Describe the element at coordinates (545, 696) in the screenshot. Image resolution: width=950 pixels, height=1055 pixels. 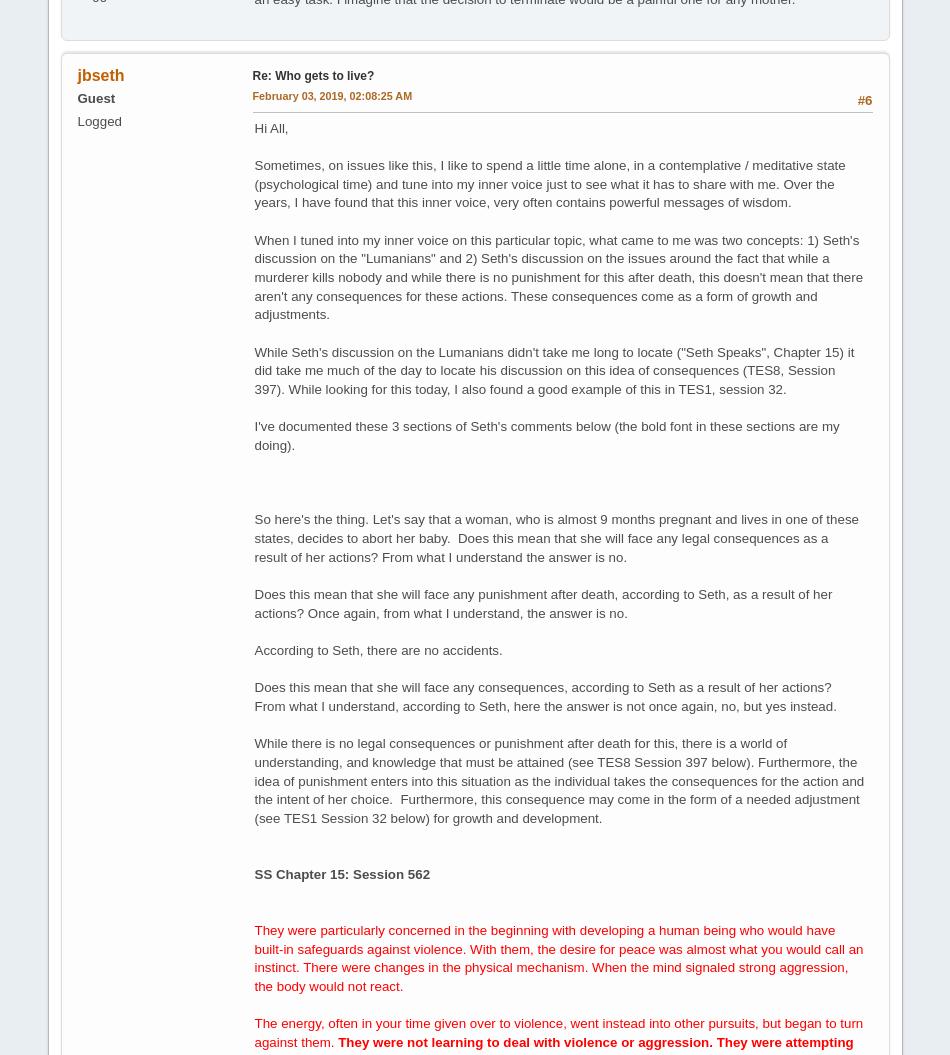
I see `'Does this mean that she will face any consequences, according to Seth as a result of her actions? From what I understand, according to Seth, here the answer is not once again, no, but yes instead.'` at that location.